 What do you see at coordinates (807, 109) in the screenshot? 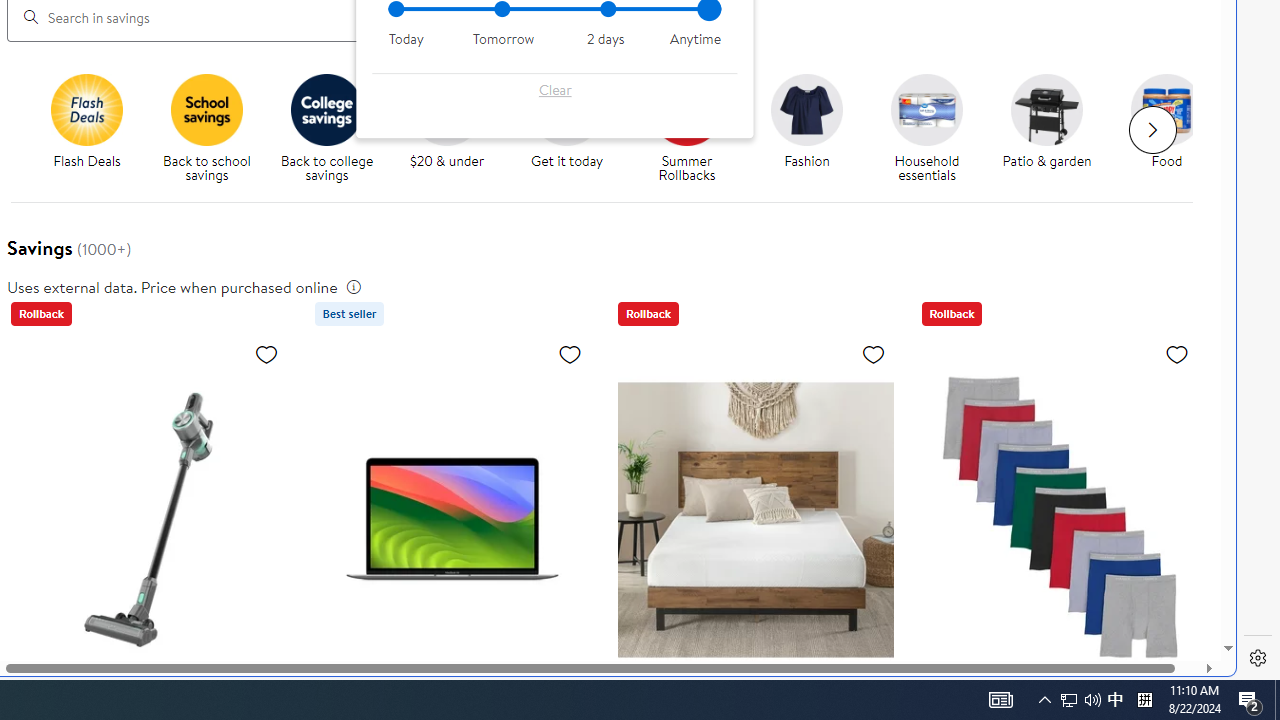
I see `'Fashion'` at bounding box center [807, 109].